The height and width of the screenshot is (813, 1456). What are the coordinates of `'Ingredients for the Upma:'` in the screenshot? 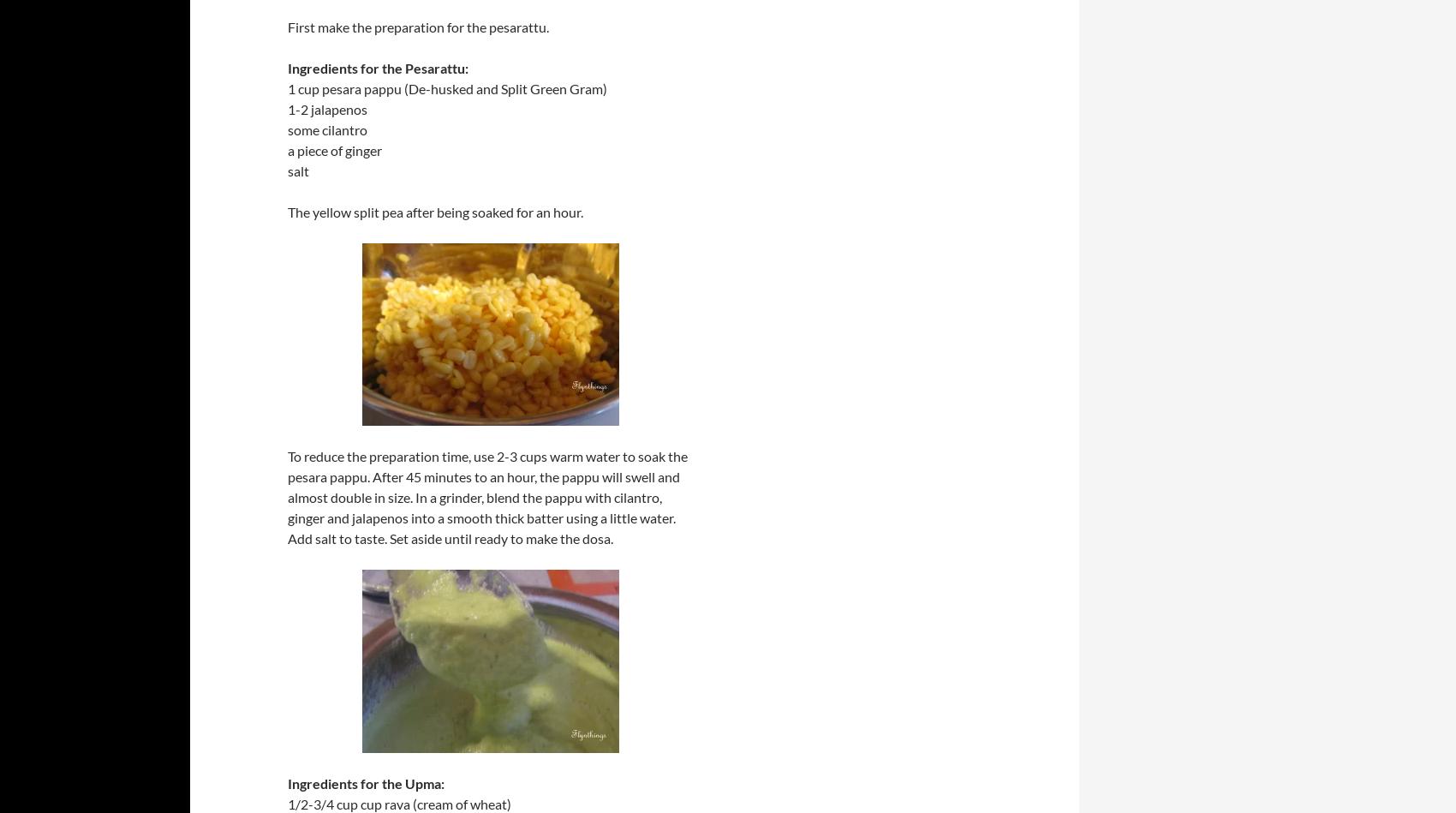 It's located at (366, 782).